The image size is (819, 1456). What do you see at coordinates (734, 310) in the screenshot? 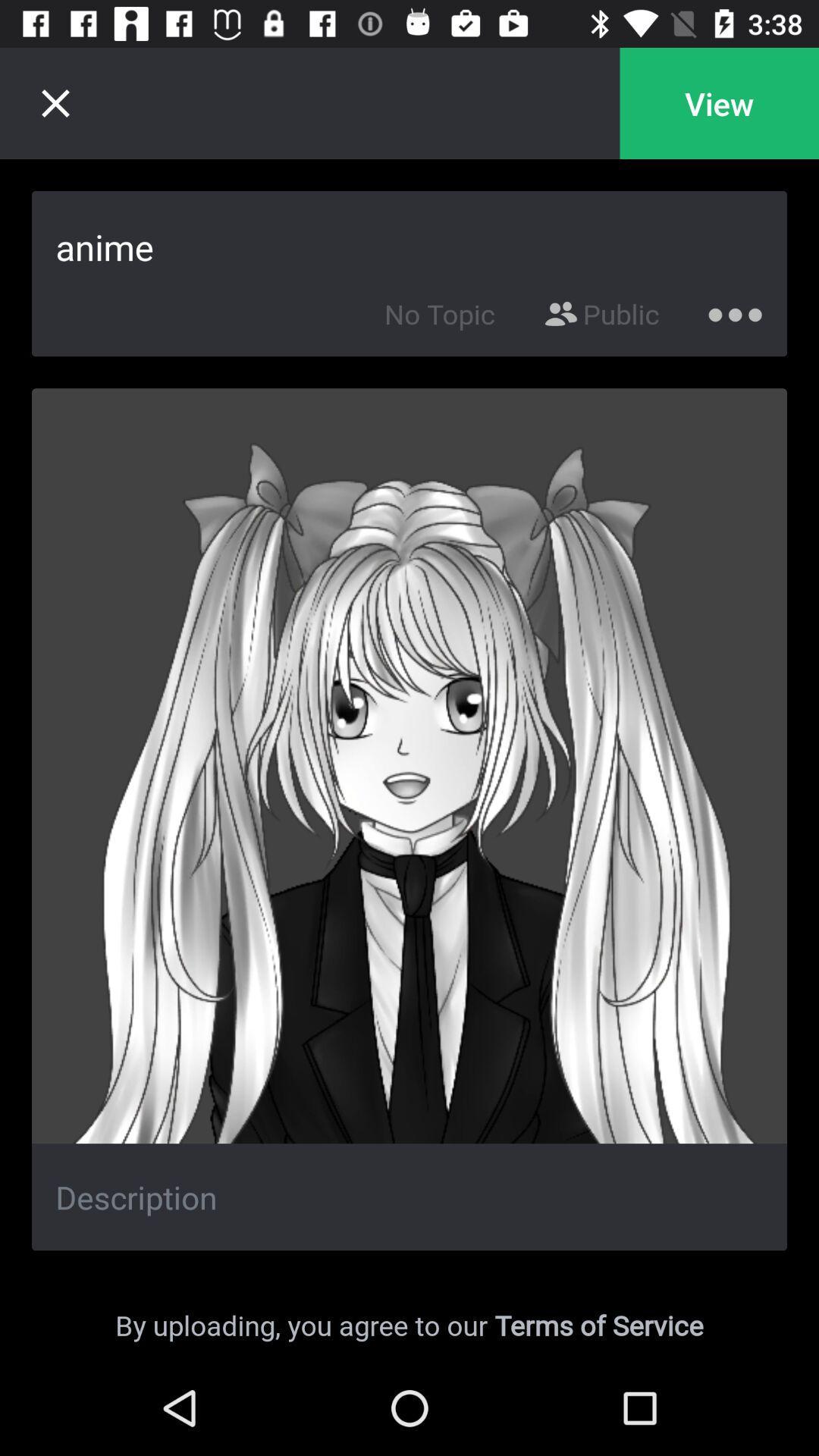
I see `open drop down menu` at bounding box center [734, 310].